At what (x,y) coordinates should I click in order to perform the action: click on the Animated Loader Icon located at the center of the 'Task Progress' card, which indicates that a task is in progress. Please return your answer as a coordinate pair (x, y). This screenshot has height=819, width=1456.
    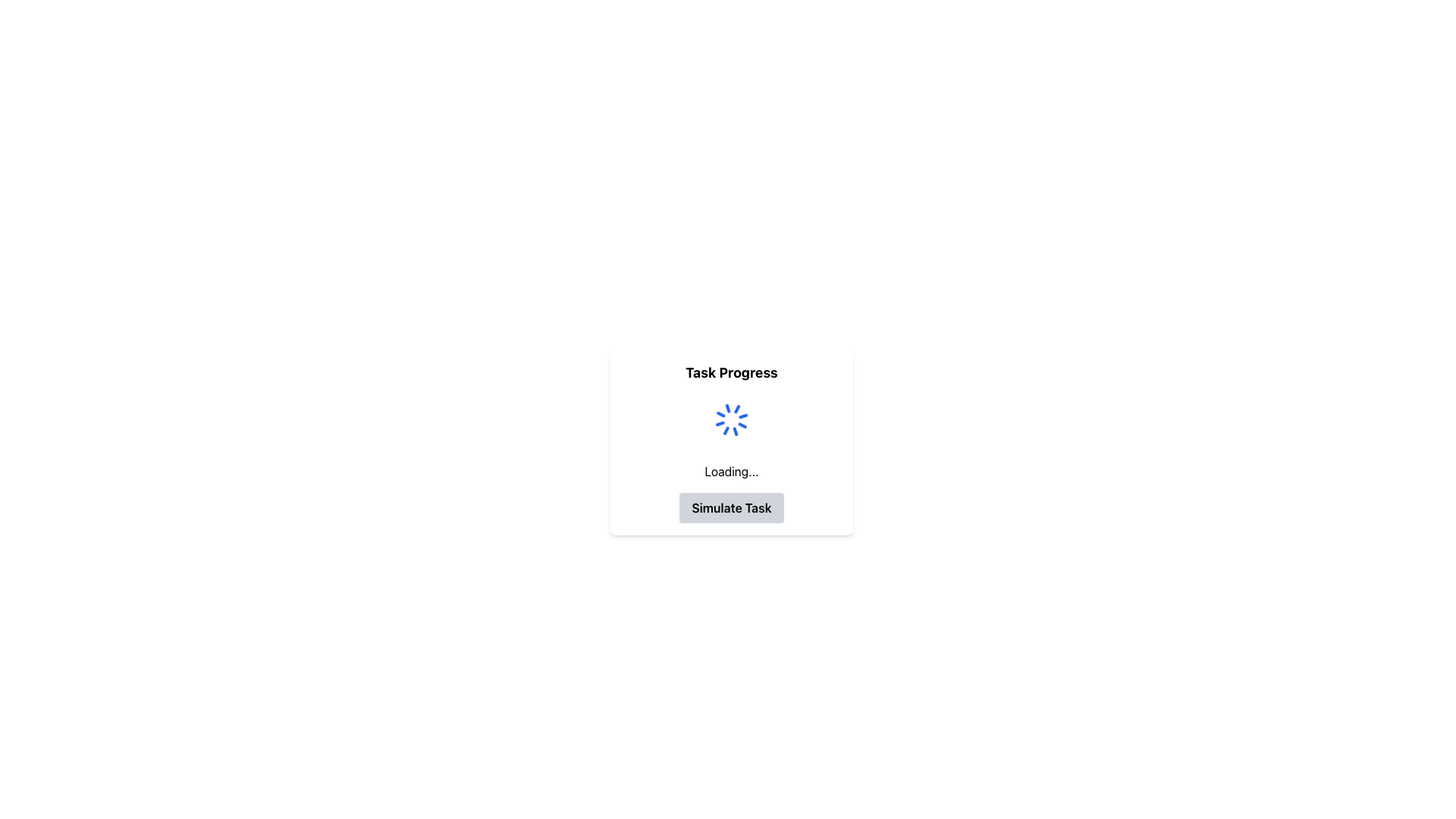
    Looking at the image, I should click on (731, 420).